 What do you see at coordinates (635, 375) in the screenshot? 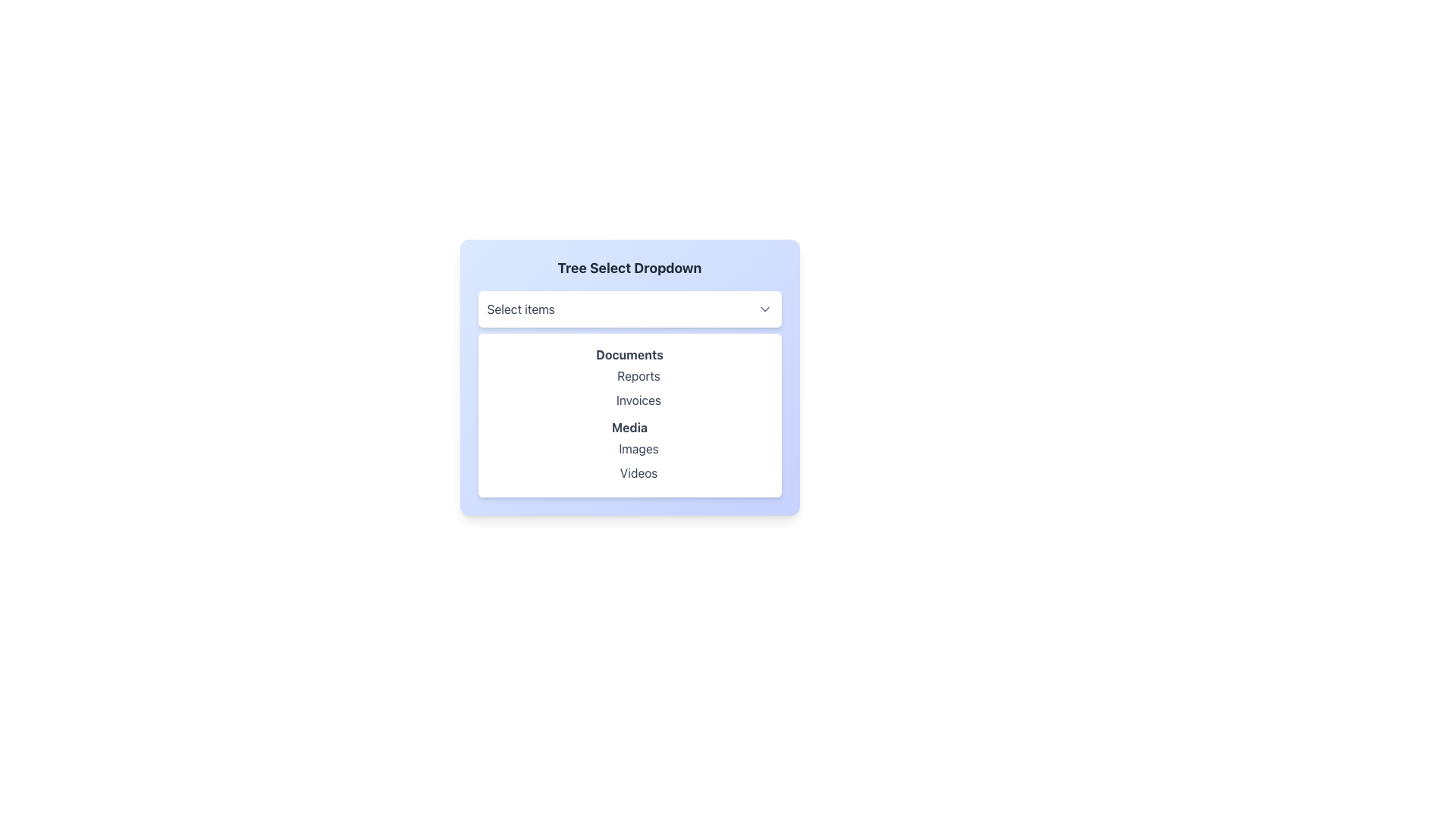
I see `the 'Reports' text label within the 'Documents' dropdown menu` at bounding box center [635, 375].